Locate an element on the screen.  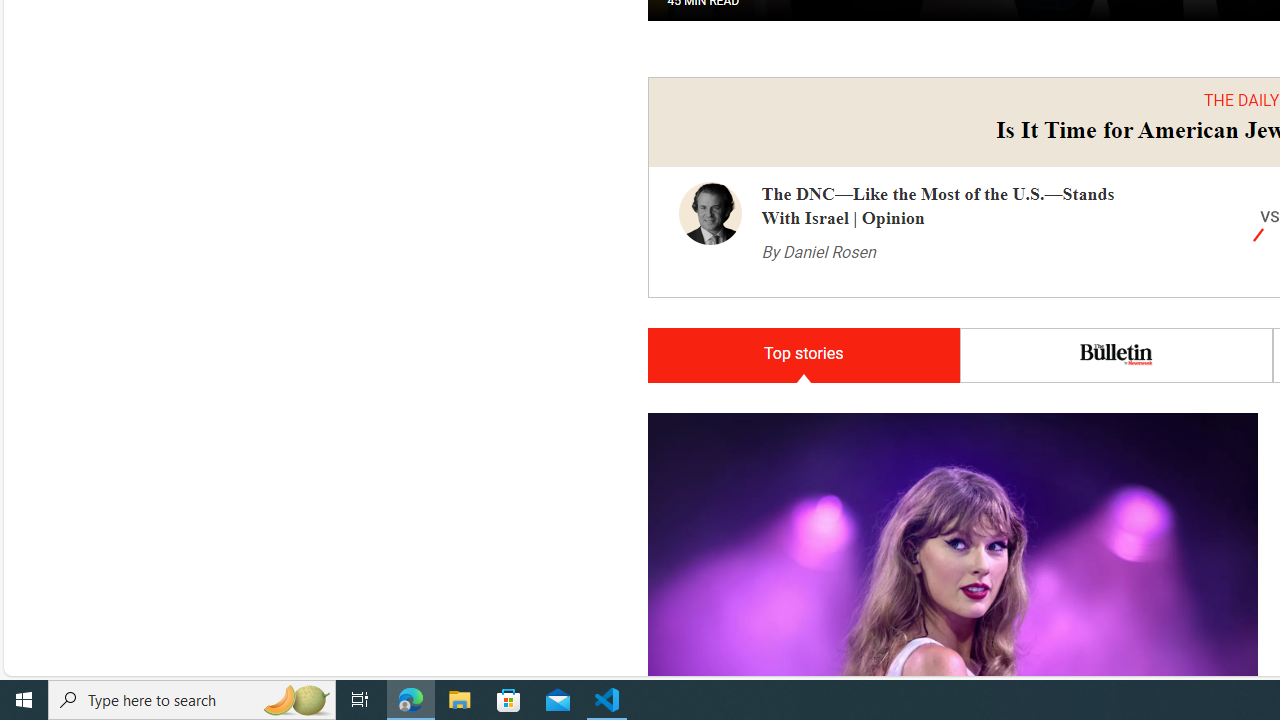
'Visual Studio Code - 1 running window' is located at coordinates (606, 698).